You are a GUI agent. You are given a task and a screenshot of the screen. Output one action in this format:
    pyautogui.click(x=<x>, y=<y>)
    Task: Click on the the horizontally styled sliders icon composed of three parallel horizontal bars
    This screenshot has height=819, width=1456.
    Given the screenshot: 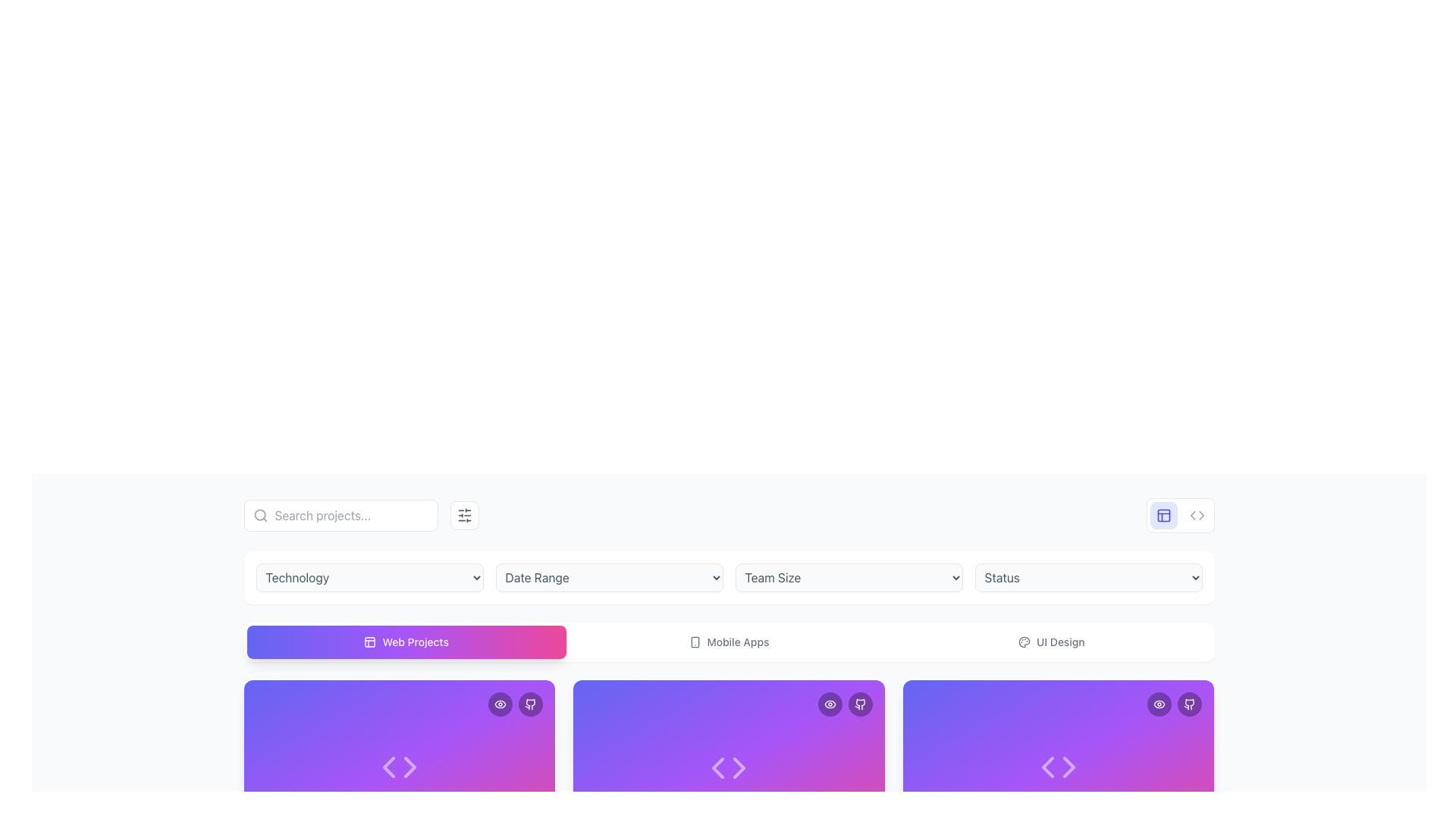 What is the action you would take?
    pyautogui.click(x=463, y=514)
    